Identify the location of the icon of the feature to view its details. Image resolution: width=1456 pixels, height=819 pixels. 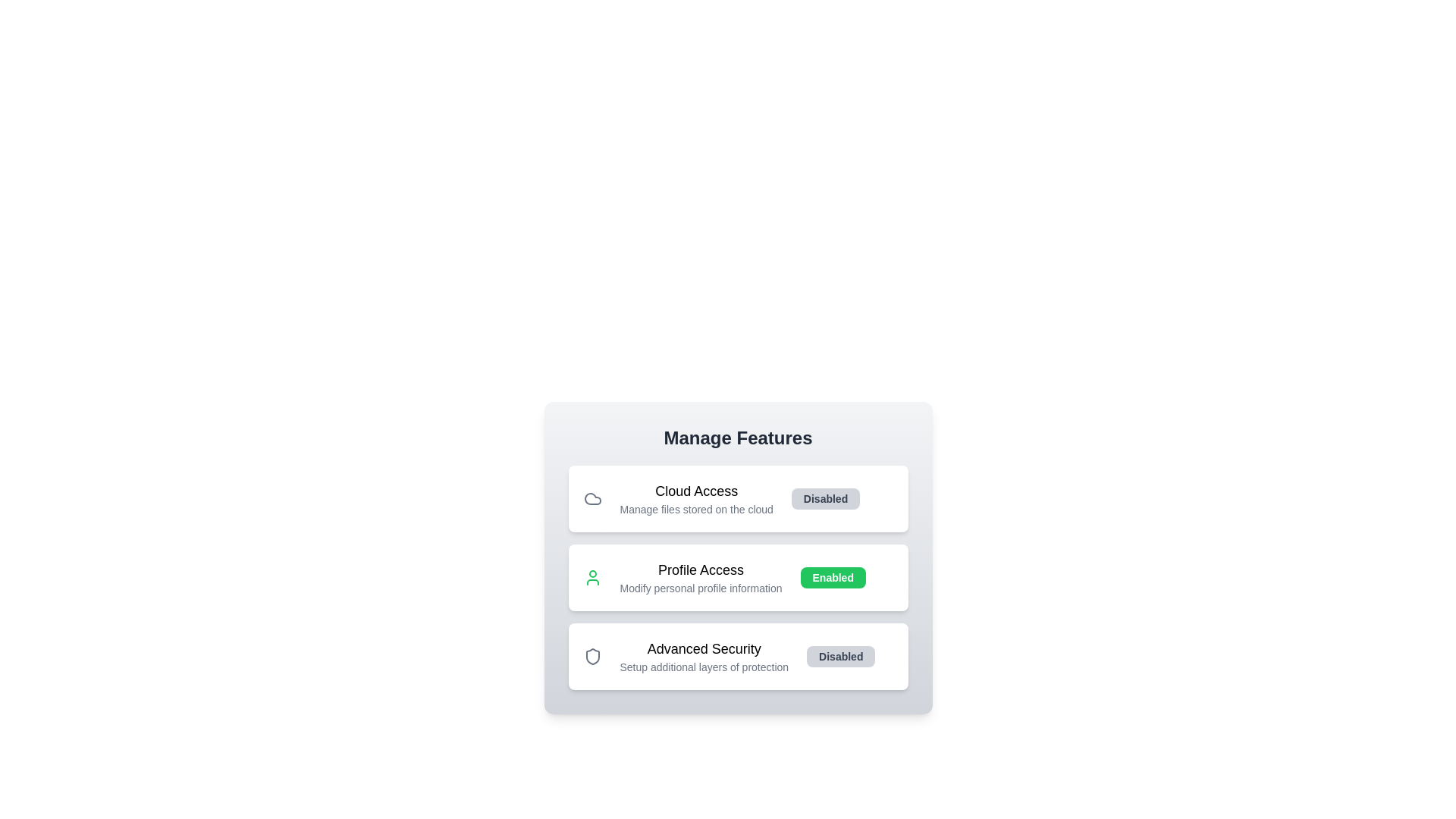
(591, 499).